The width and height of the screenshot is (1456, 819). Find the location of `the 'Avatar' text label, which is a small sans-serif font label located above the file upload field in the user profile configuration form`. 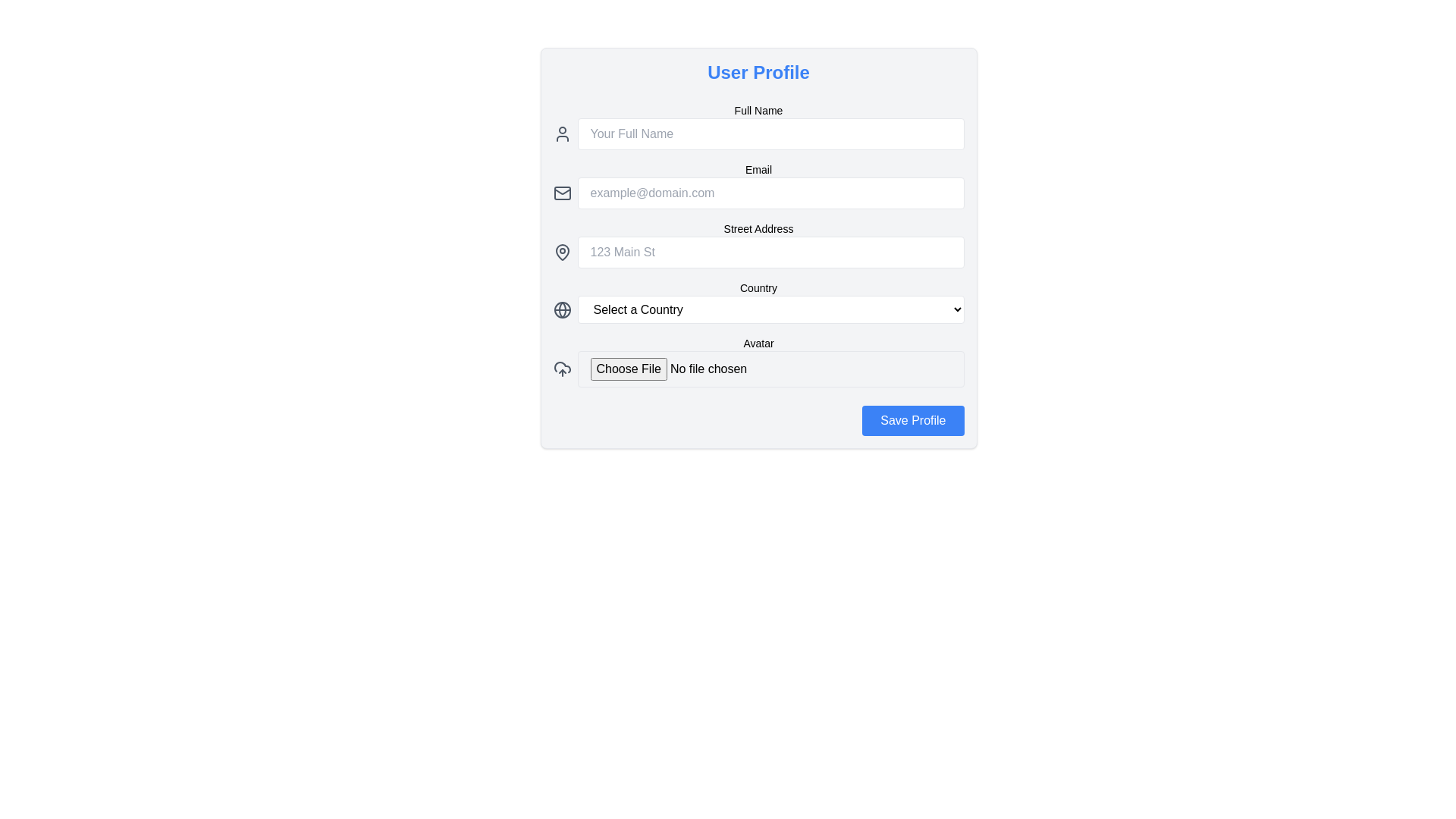

the 'Avatar' text label, which is a small sans-serif font label located above the file upload field in the user profile configuration form is located at coordinates (758, 343).